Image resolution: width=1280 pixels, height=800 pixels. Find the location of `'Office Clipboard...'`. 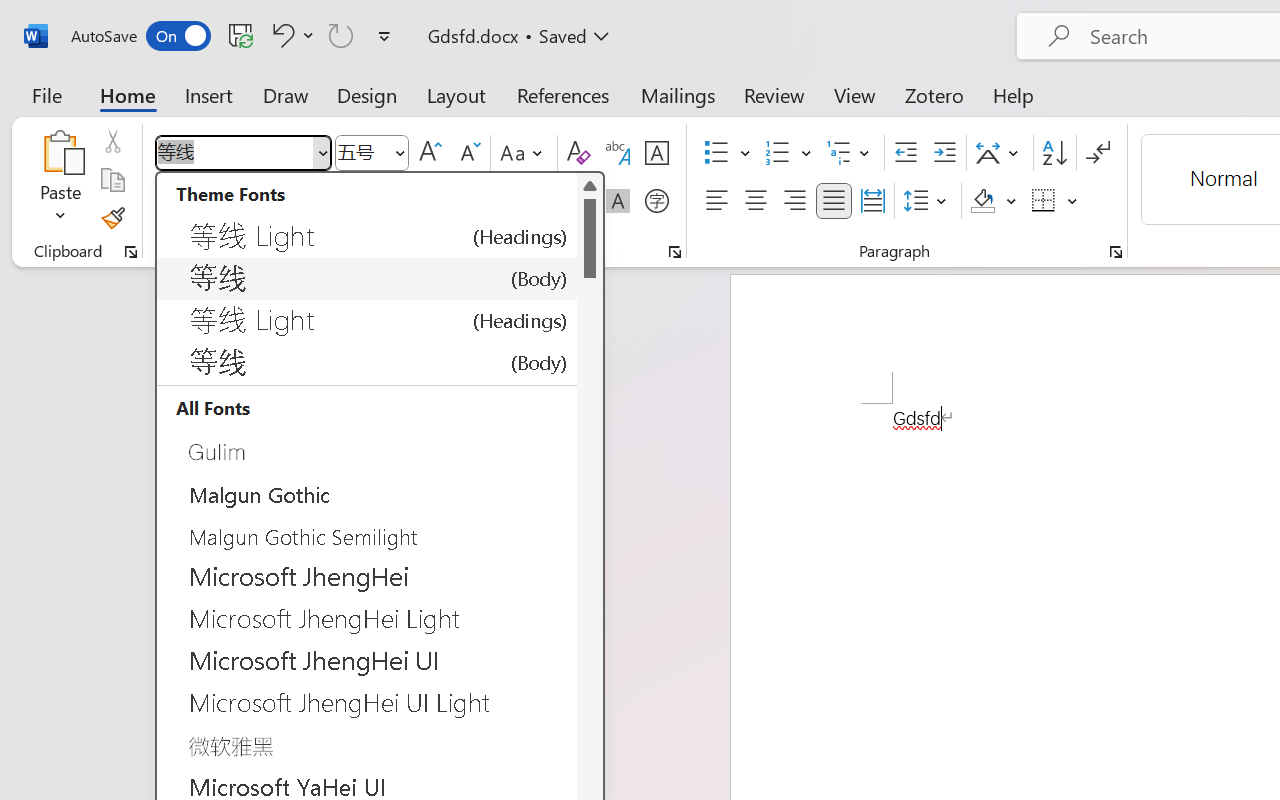

'Office Clipboard...' is located at coordinates (130, 251).